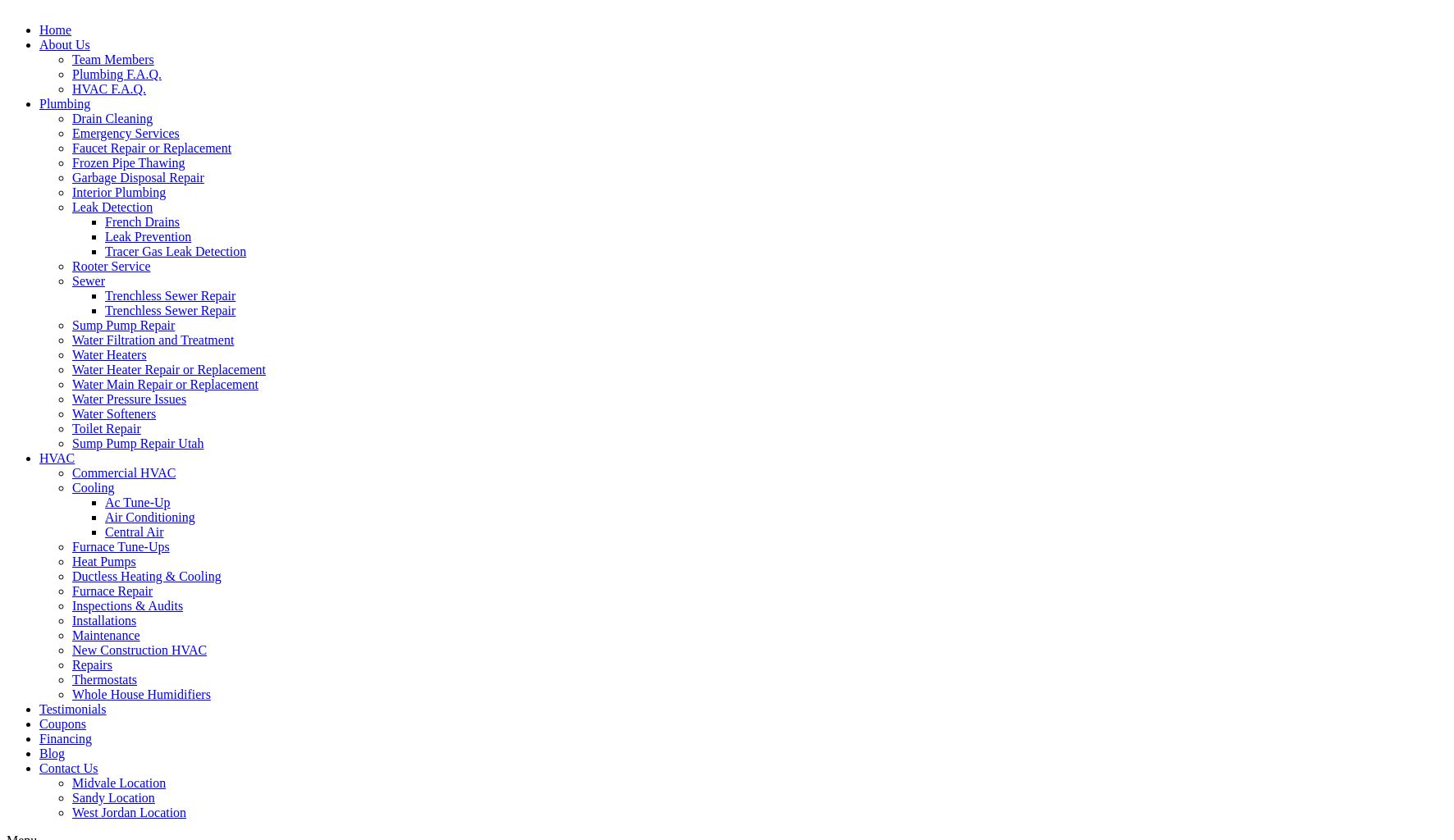 This screenshot has height=840, width=1454. I want to click on 'Commercial HVAC', so click(123, 471).